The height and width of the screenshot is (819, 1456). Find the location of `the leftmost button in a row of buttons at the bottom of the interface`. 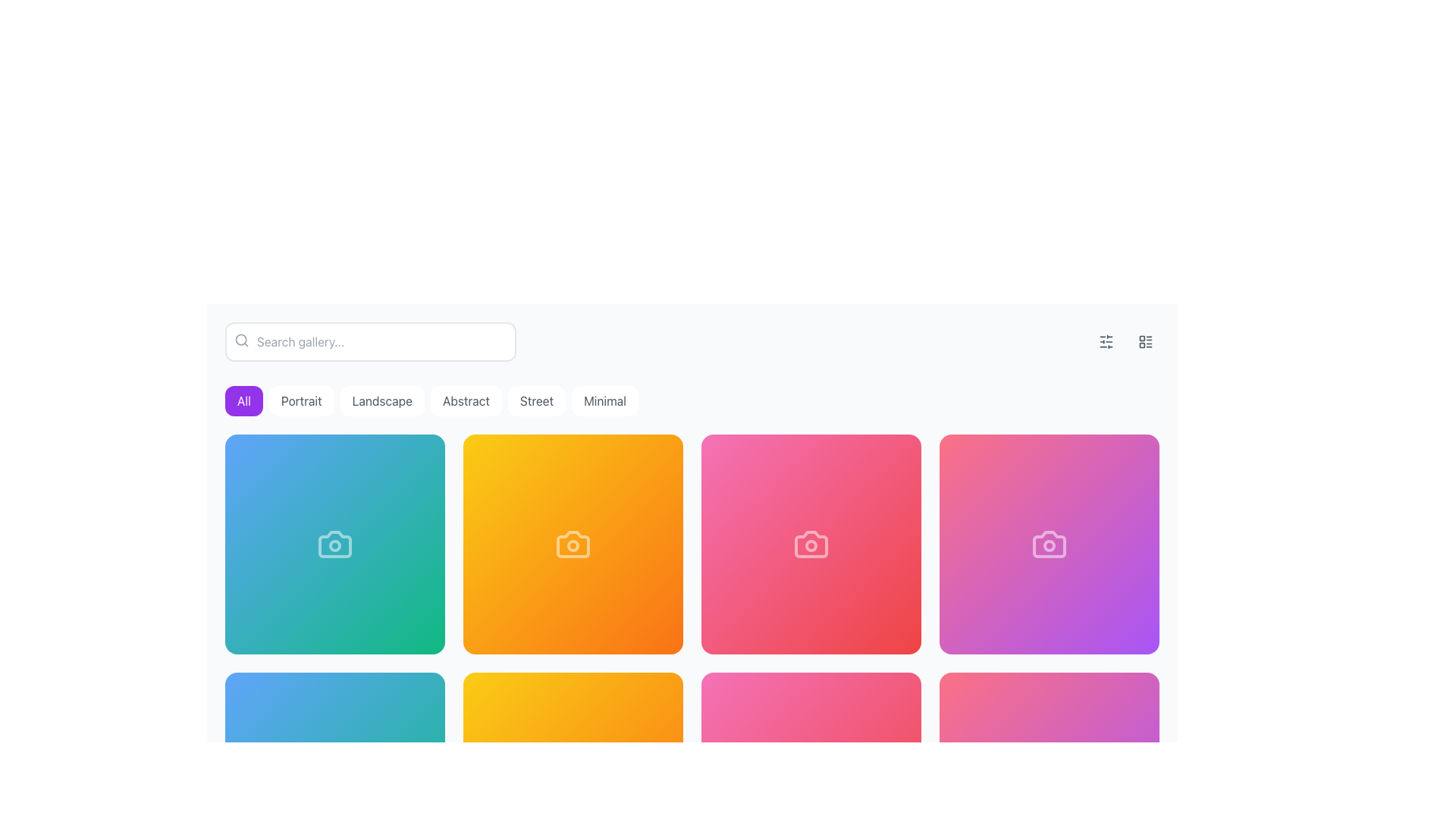

the leftmost button in a row of buttons at the bottom of the interface is located at coordinates (534, 783).